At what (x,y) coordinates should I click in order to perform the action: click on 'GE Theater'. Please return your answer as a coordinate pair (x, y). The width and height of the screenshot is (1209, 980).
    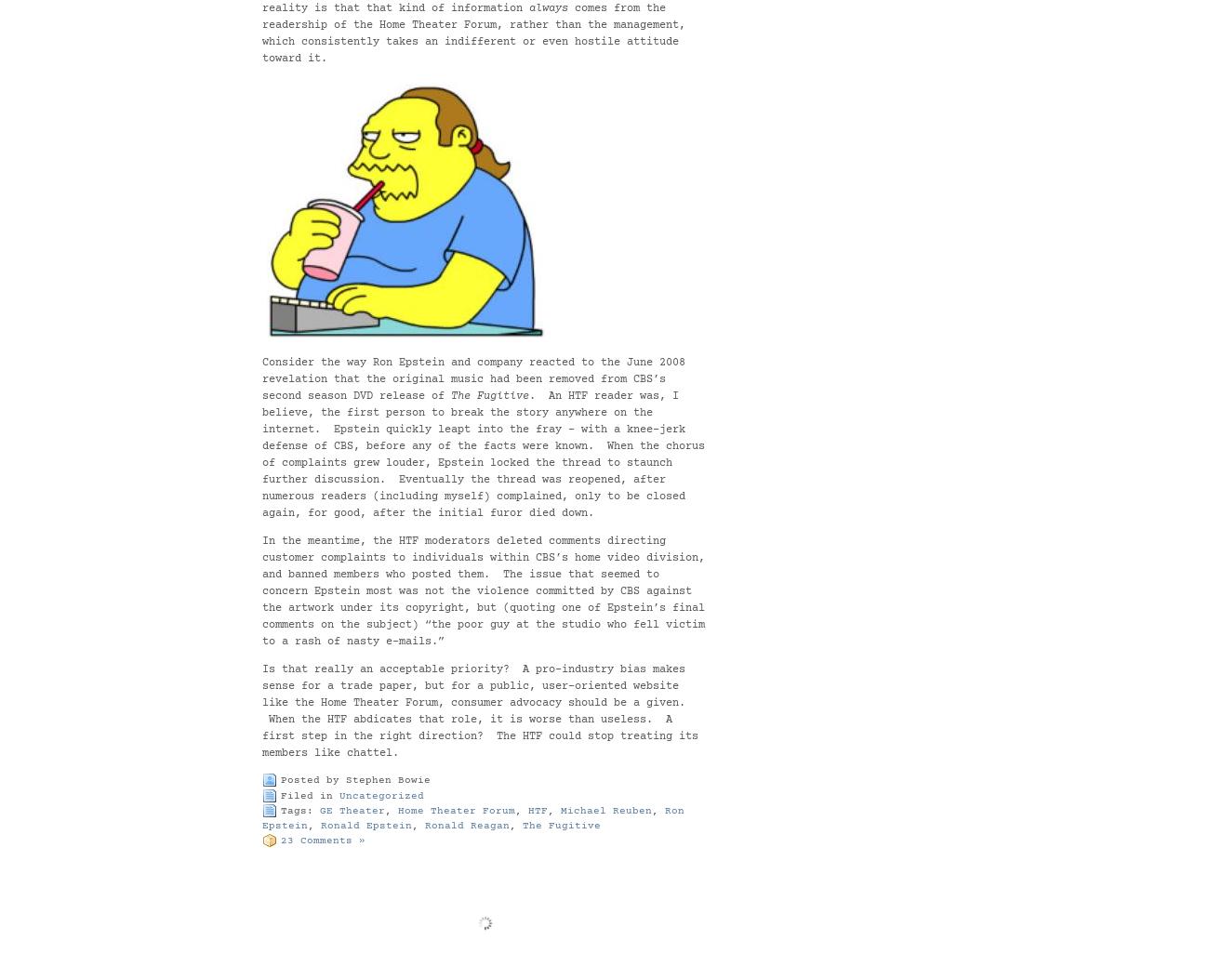
    Looking at the image, I should click on (351, 810).